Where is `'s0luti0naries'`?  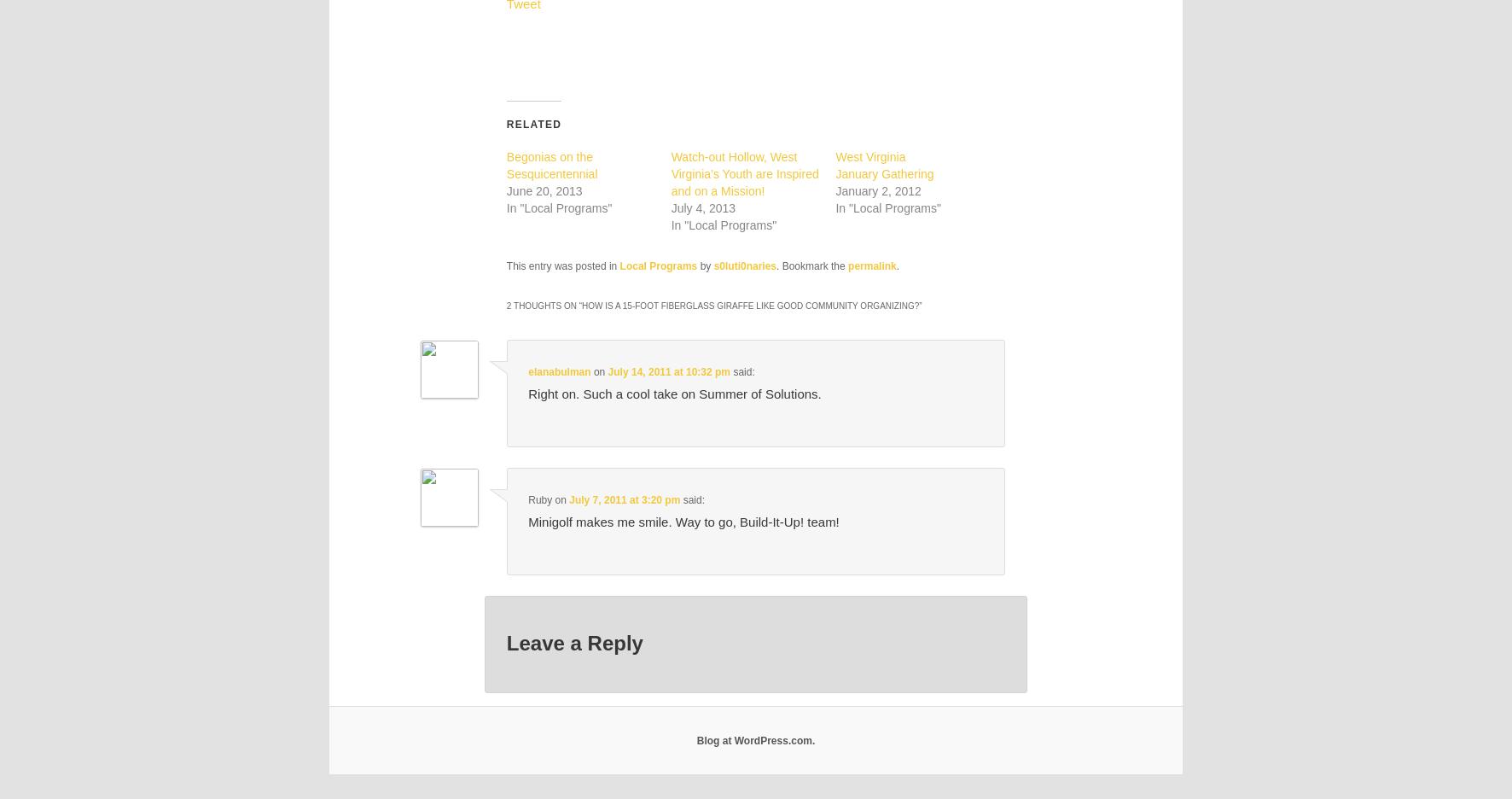 's0luti0naries' is located at coordinates (713, 265).